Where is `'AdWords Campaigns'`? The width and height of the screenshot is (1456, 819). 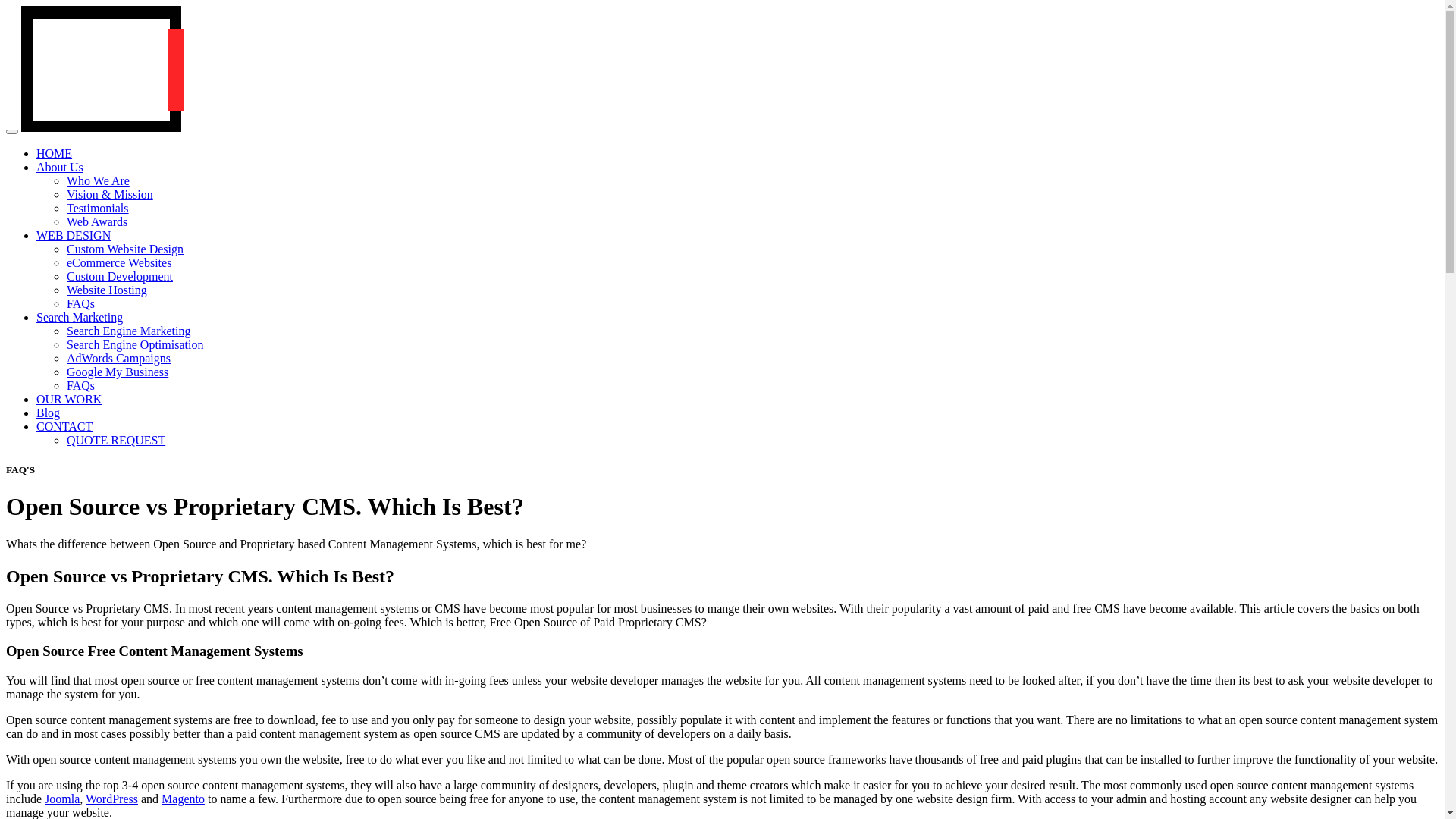
'AdWords Campaigns' is located at coordinates (118, 358).